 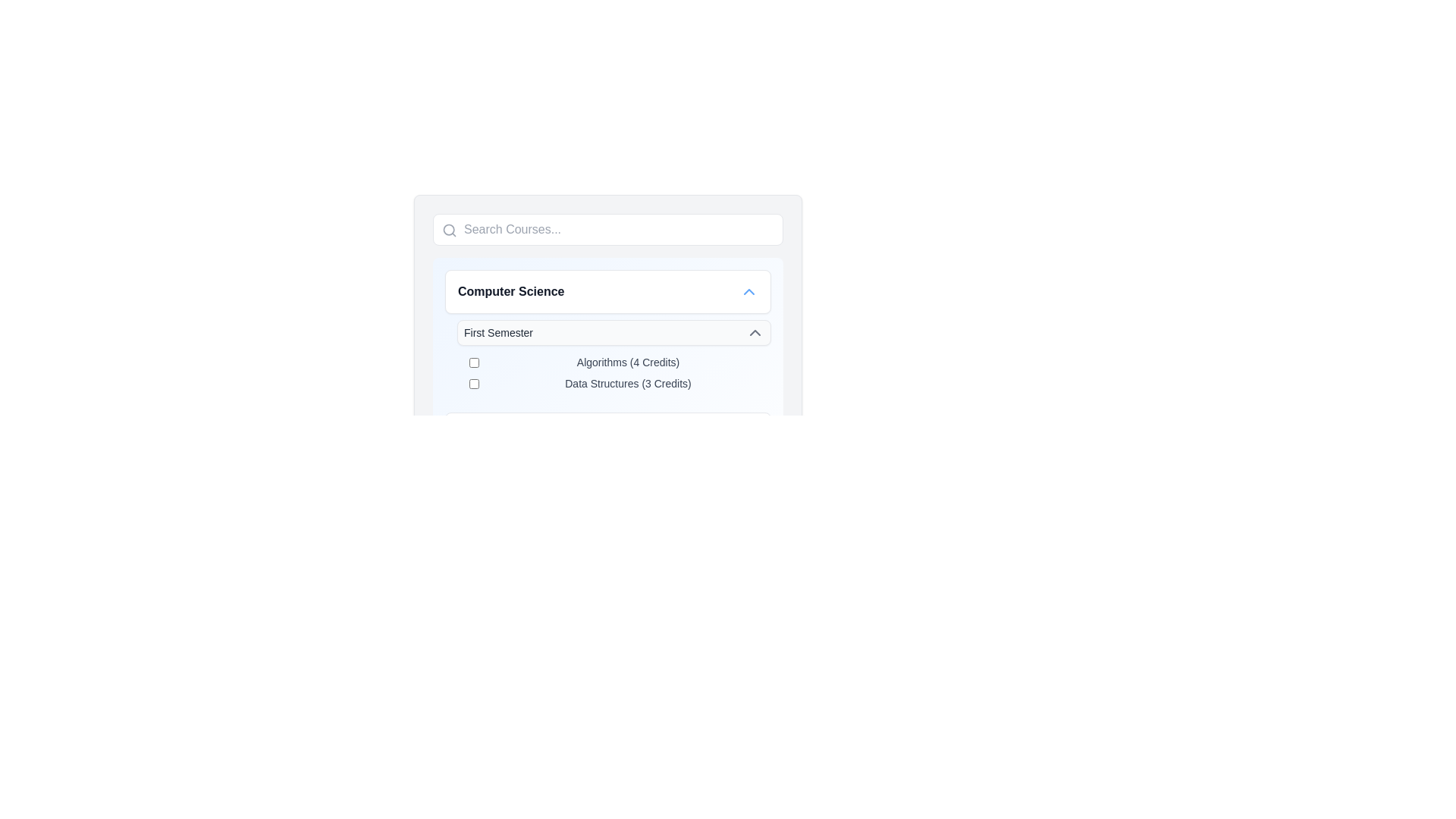 I want to click on central SVG circle element of the magnifying glass icon located in the search bar at the top left corner of the interface using developer tools, so click(x=448, y=230).